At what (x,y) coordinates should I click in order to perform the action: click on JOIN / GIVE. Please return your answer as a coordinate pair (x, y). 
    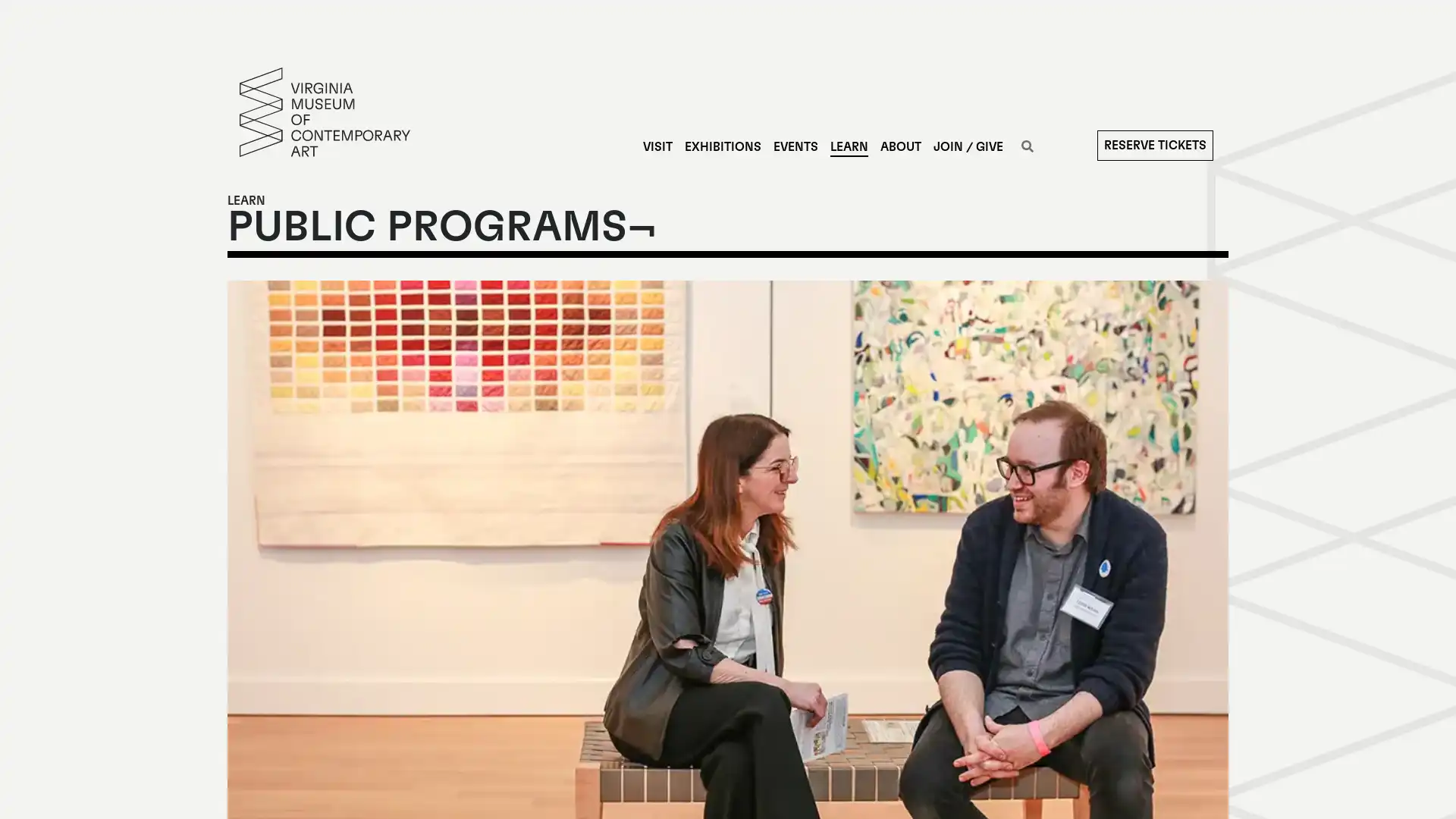
    Looking at the image, I should click on (967, 146).